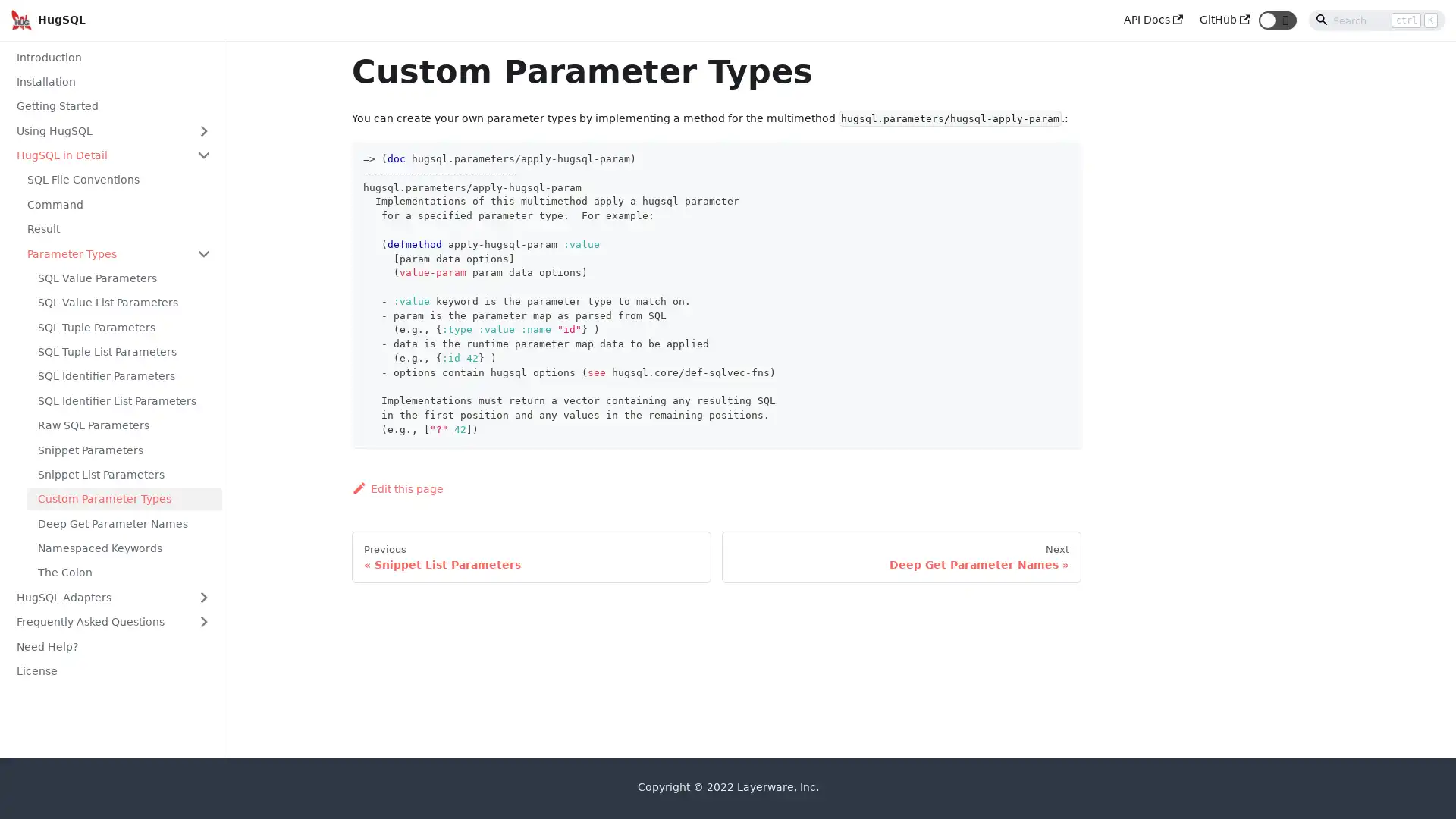 The width and height of the screenshot is (1456, 819). Describe the element at coordinates (202, 253) in the screenshot. I see `Toggle the collapsible sidebar category 'Parameter Types'` at that location.